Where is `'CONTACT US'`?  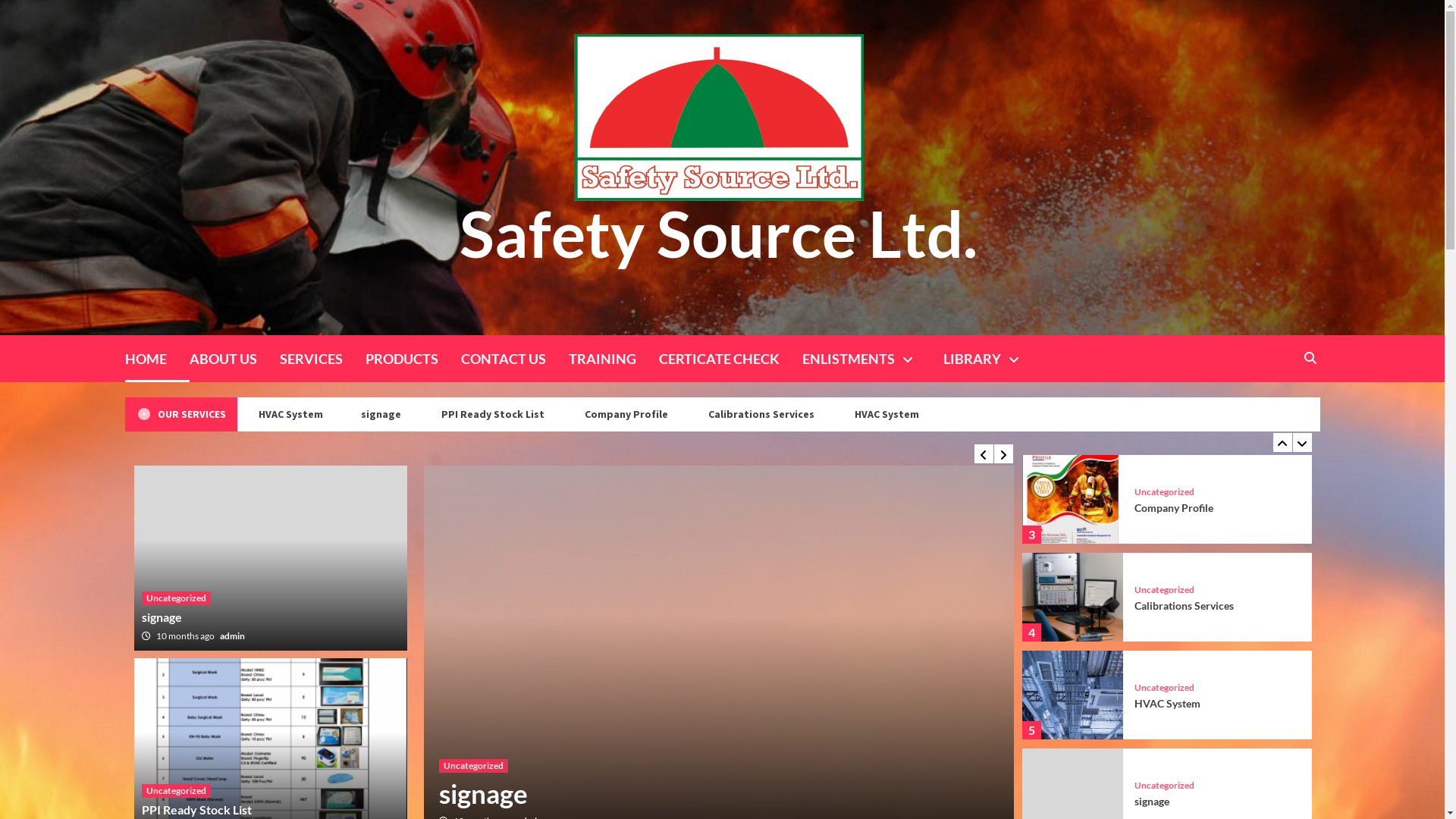 'CONTACT US' is located at coordinates (514, 359).